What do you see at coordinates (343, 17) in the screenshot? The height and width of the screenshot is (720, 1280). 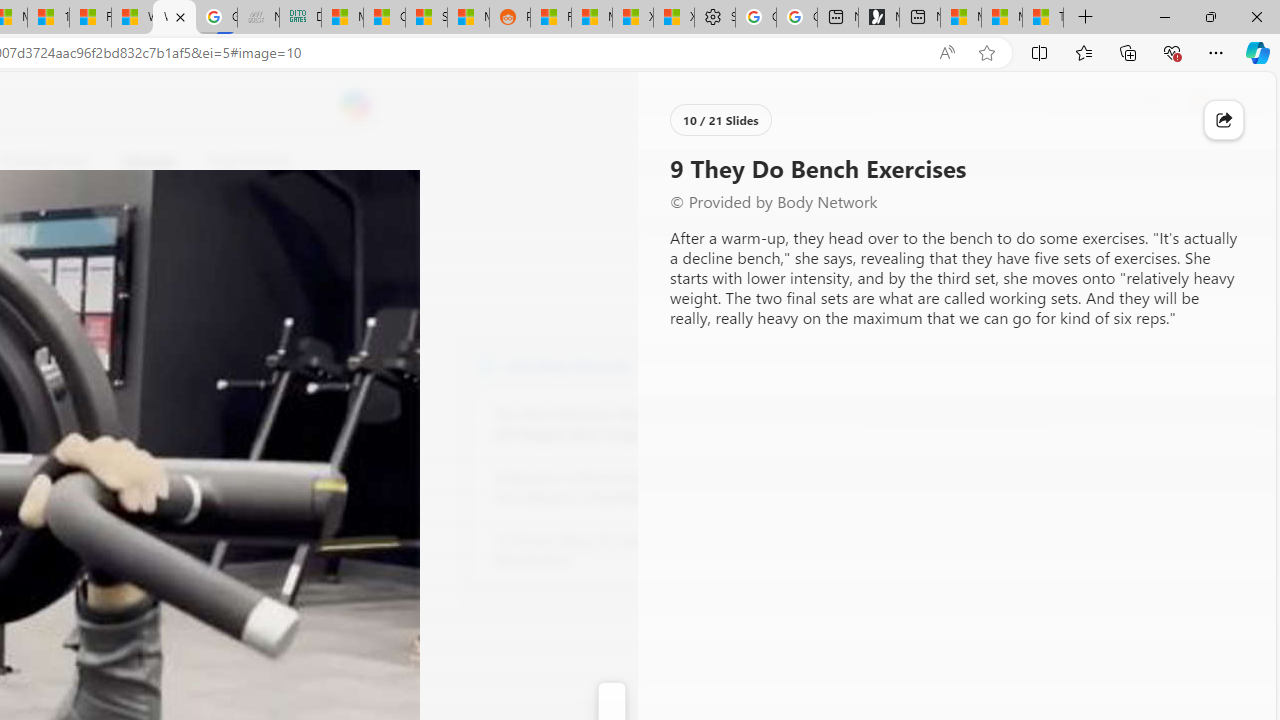 I see `'MSNBC - MSN'` at bounding box center [343, 17].